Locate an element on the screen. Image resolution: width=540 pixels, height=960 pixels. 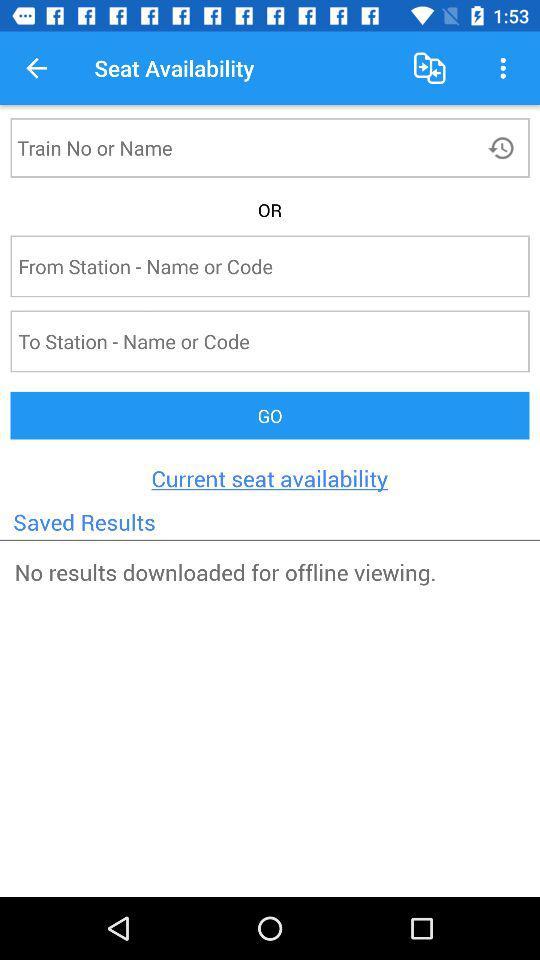
go is located at coordinates (270, 414).